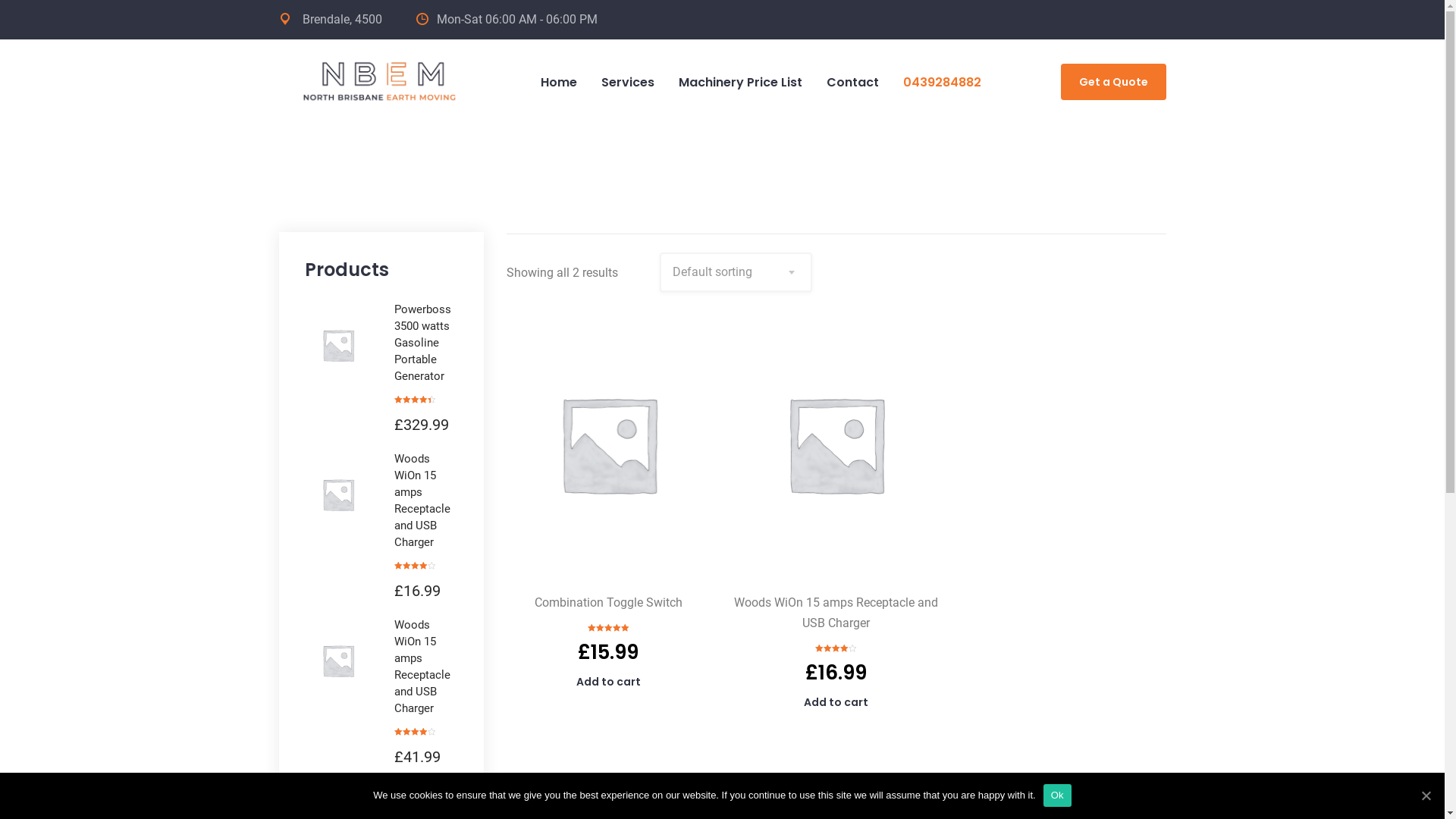 This screenshot has width=1456, height=819. I want to click on 'Woods WiOn 15 amps Receptacle and USB Charger', so click(394, 500).